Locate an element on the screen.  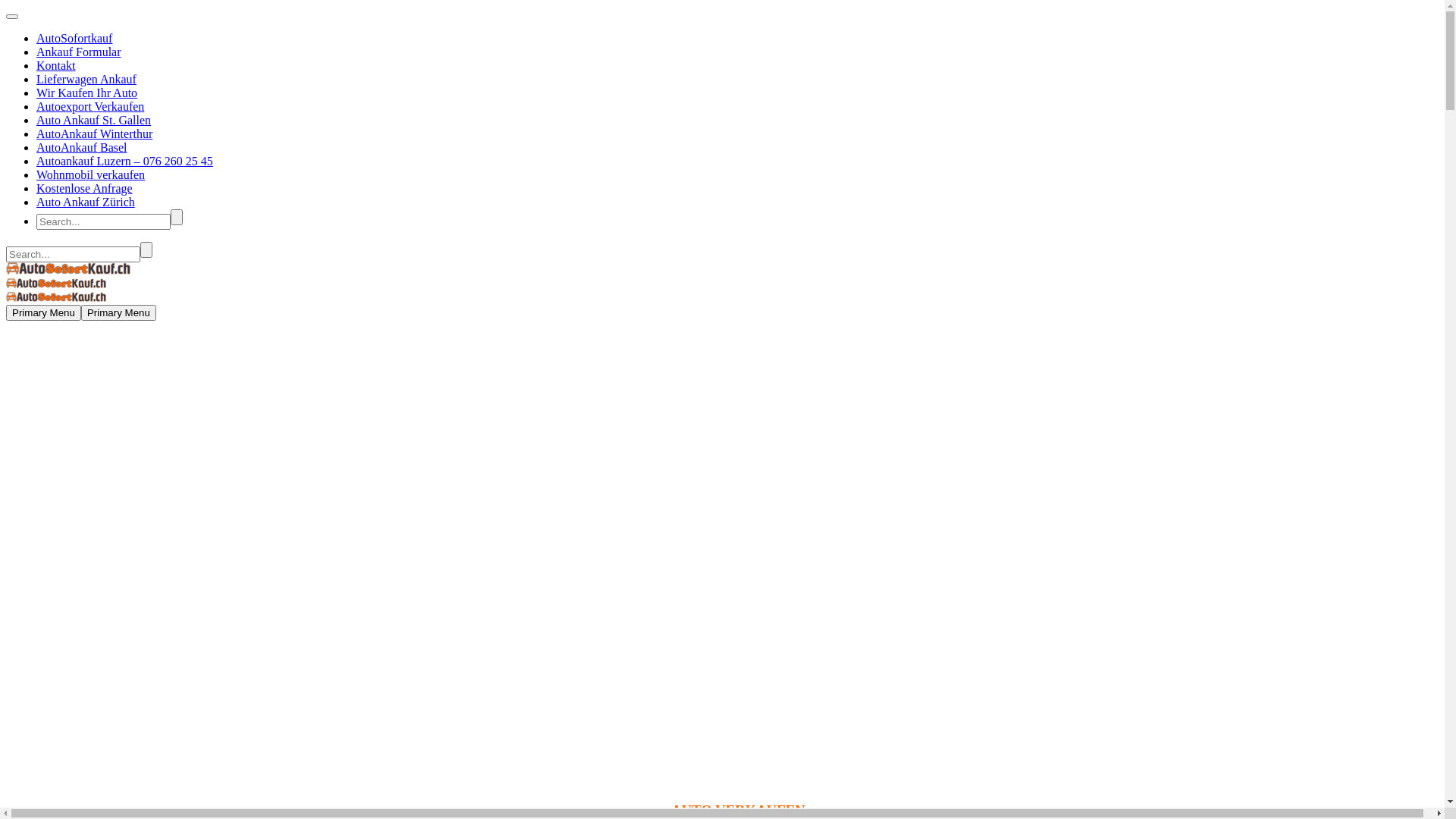
'Lieferwagen Ankauf' is located at coordinates (36, 79).